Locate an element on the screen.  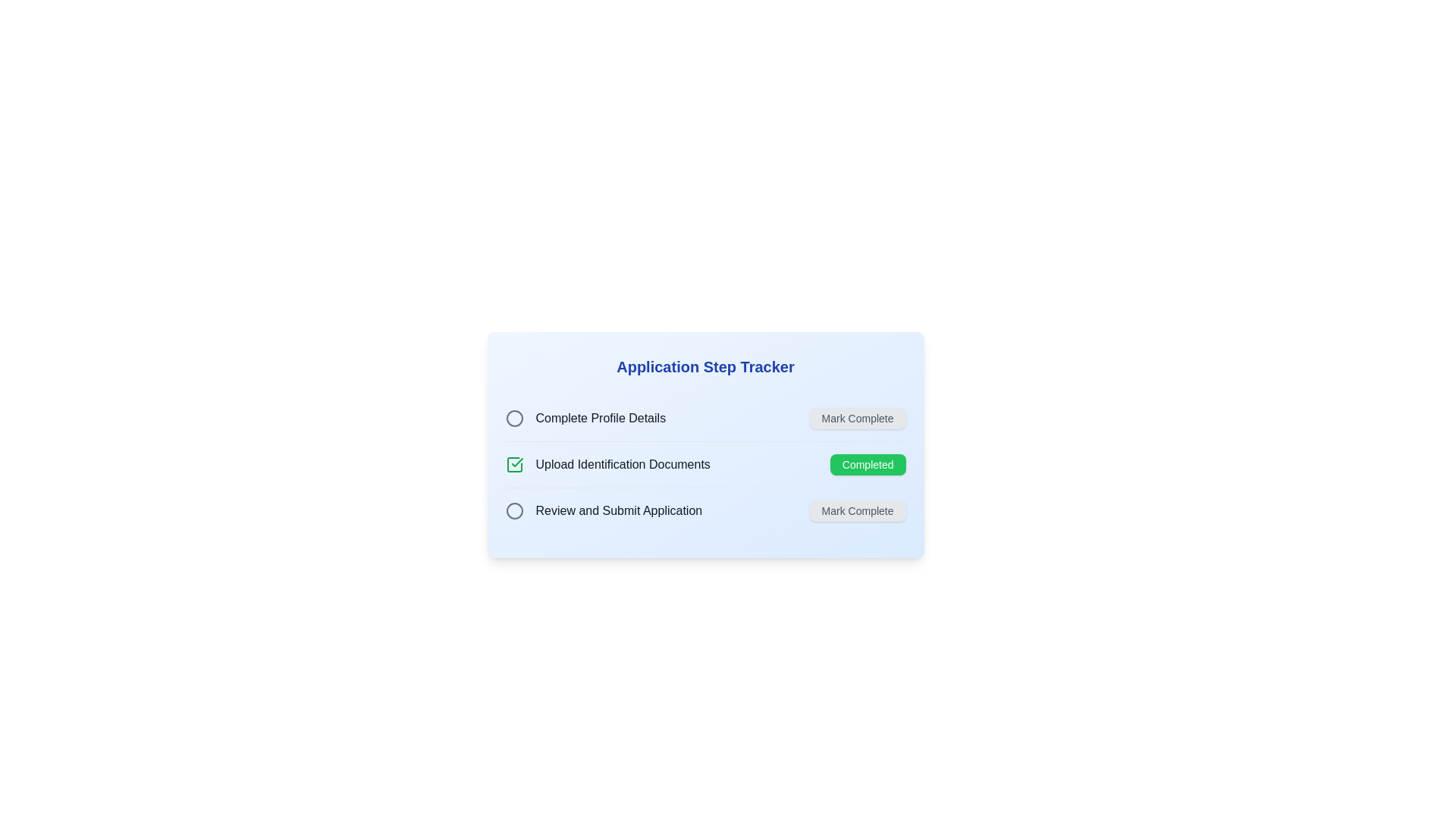
the rectangular icon or status indicator associated with 'Upload Identification Documents', which is positioned next to a green checkmark and is part of the layout for 'Complete Profile Details' is located at coordinates (514, 464).